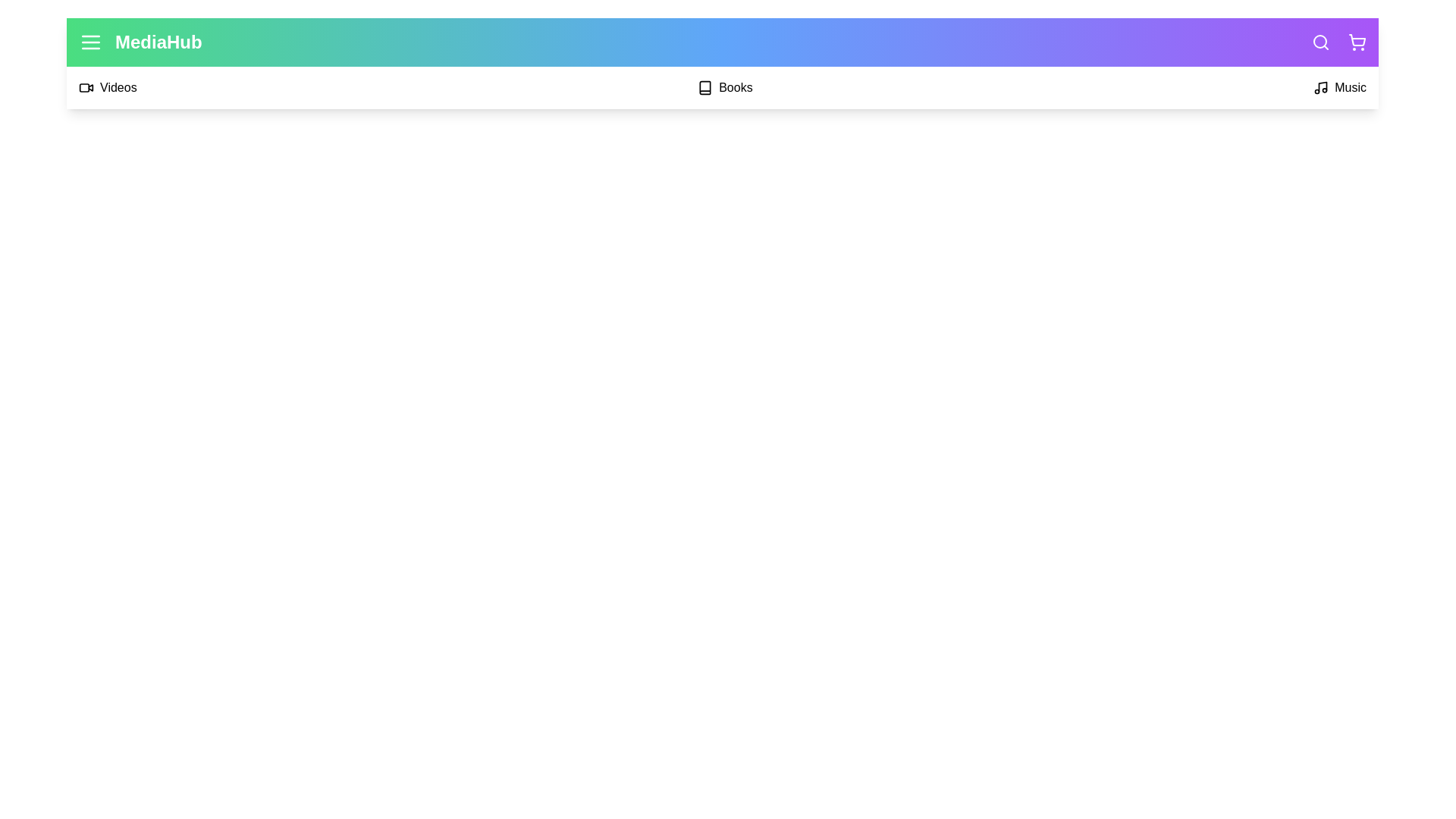  I want to click on the Videos menu item to navigate to the Videos section, so click(107, 87).